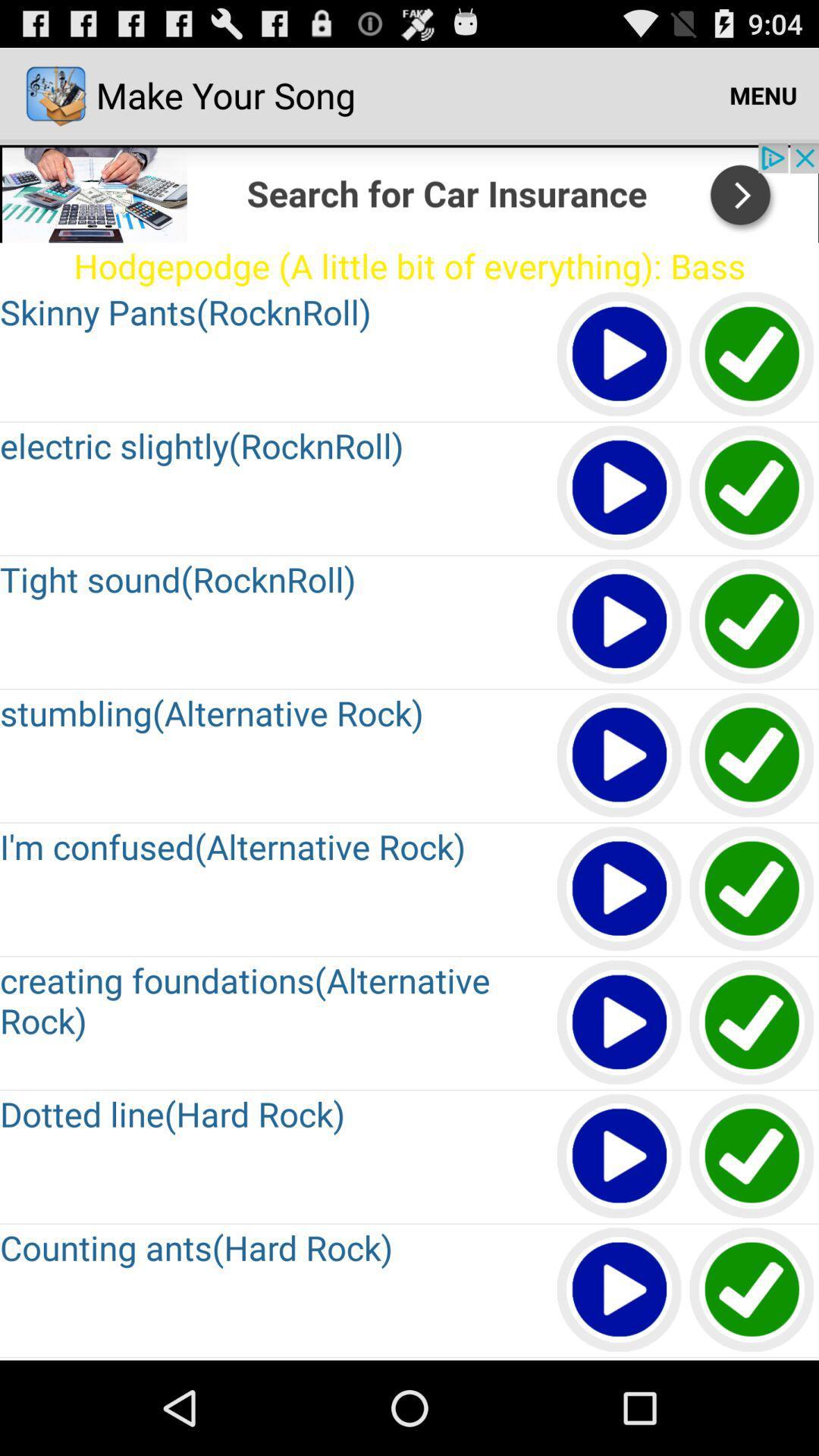 This screenshot has height=1456, width=819. I want to click on like song, so click(752, 756).